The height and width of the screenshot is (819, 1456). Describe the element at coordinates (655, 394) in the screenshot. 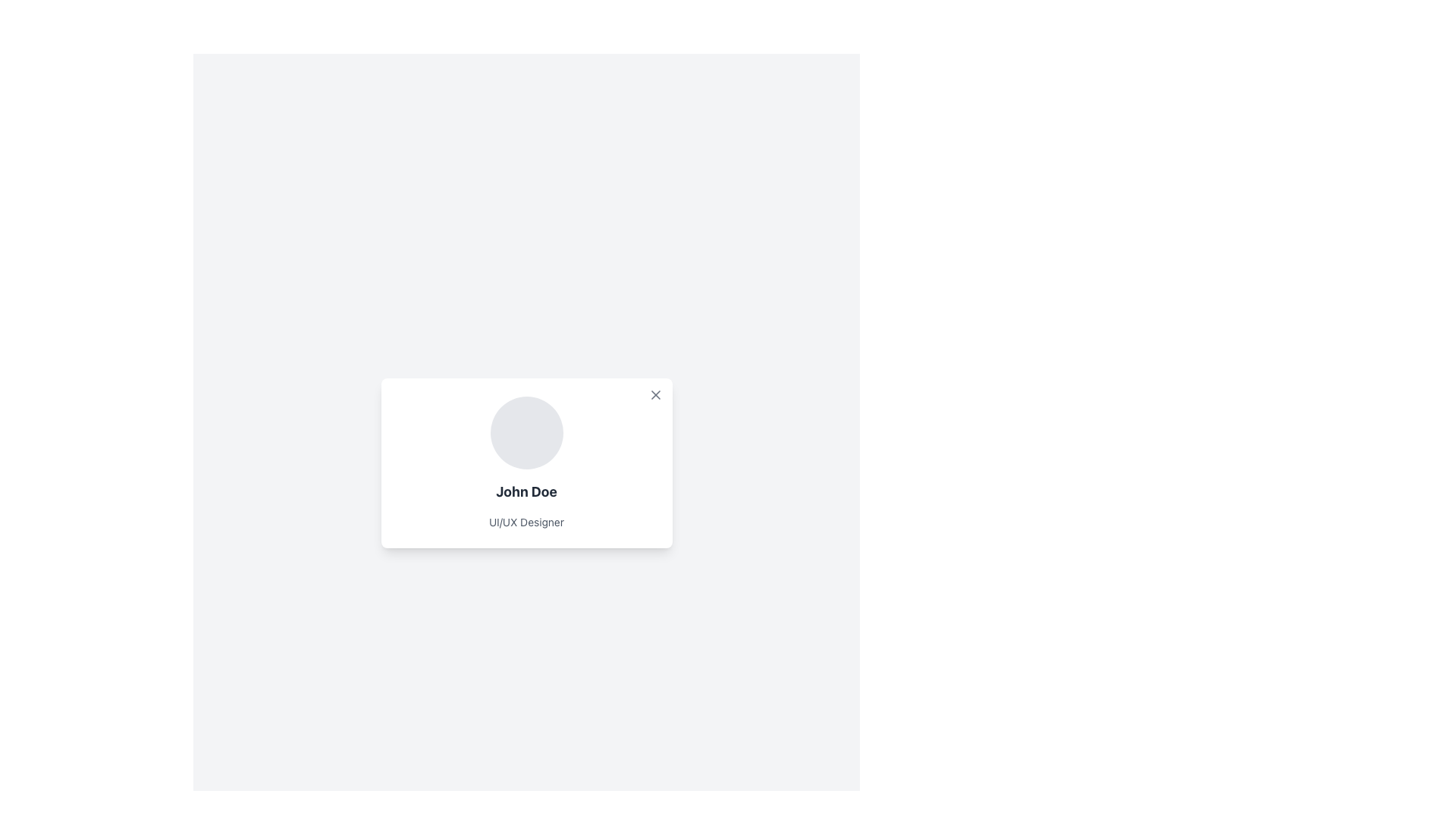

I see `the close button located in the top-right corner of the card containing the profile of 'John Doe' and 'UI/UX Designer' for interactivity highlighting` at that location.